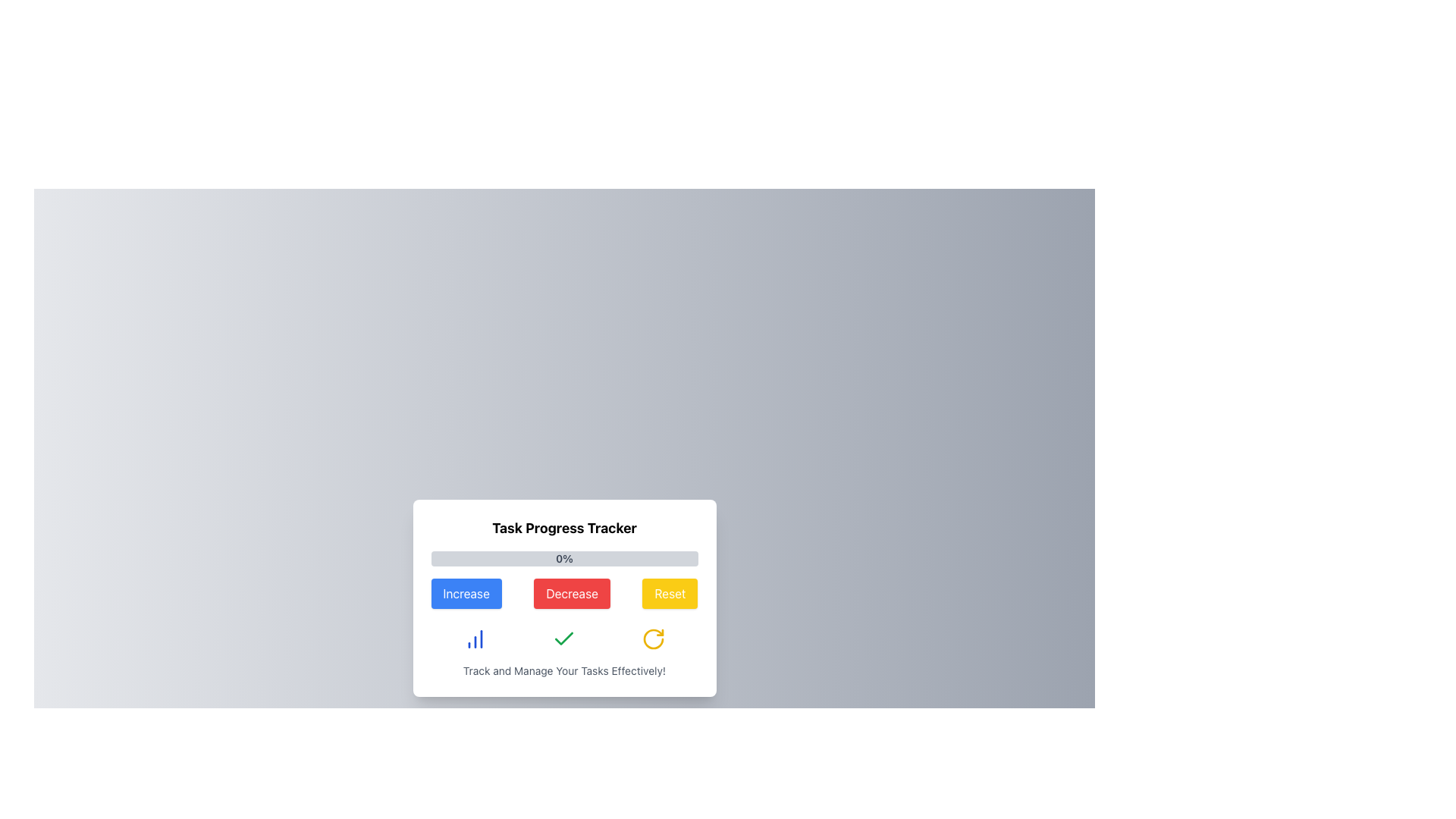  What do you see at coordinates (563, 639) in the screenshot?
I see `the green outlined checkmark icon located below the 'Decrease' button, which is the middle icon in the icon set surrounded by a blue bar chart and a yellow reload symbol` at bounding box center [563, 639].